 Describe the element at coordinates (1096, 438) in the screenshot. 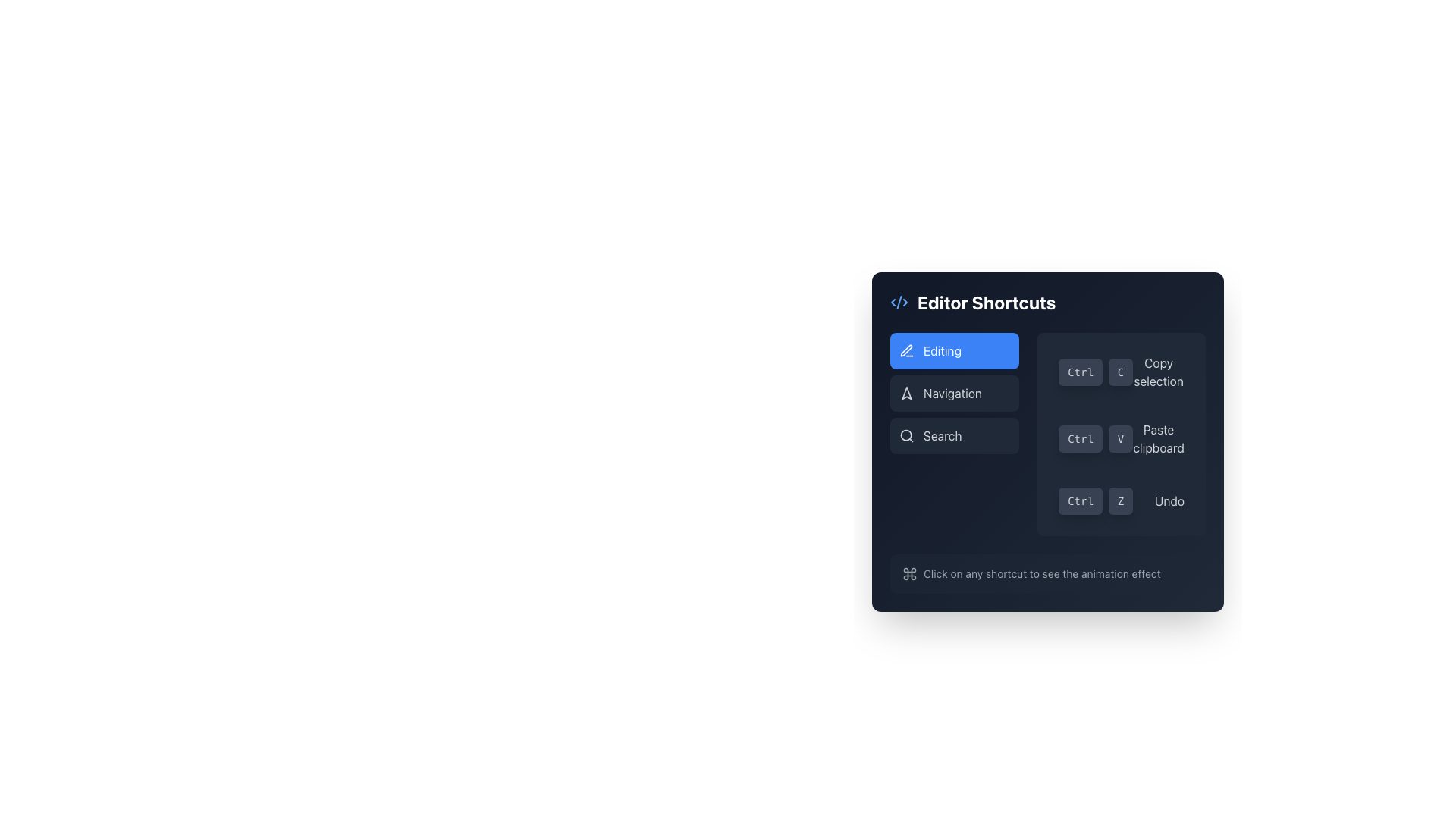

I see `the composite element consisting of two buttons labeled 'Ctrl' and 'V' located in the lower-right portion of the 'Editor Shortcuts' panel, specifically linked to the 'Paste clipboard' action` at that location.